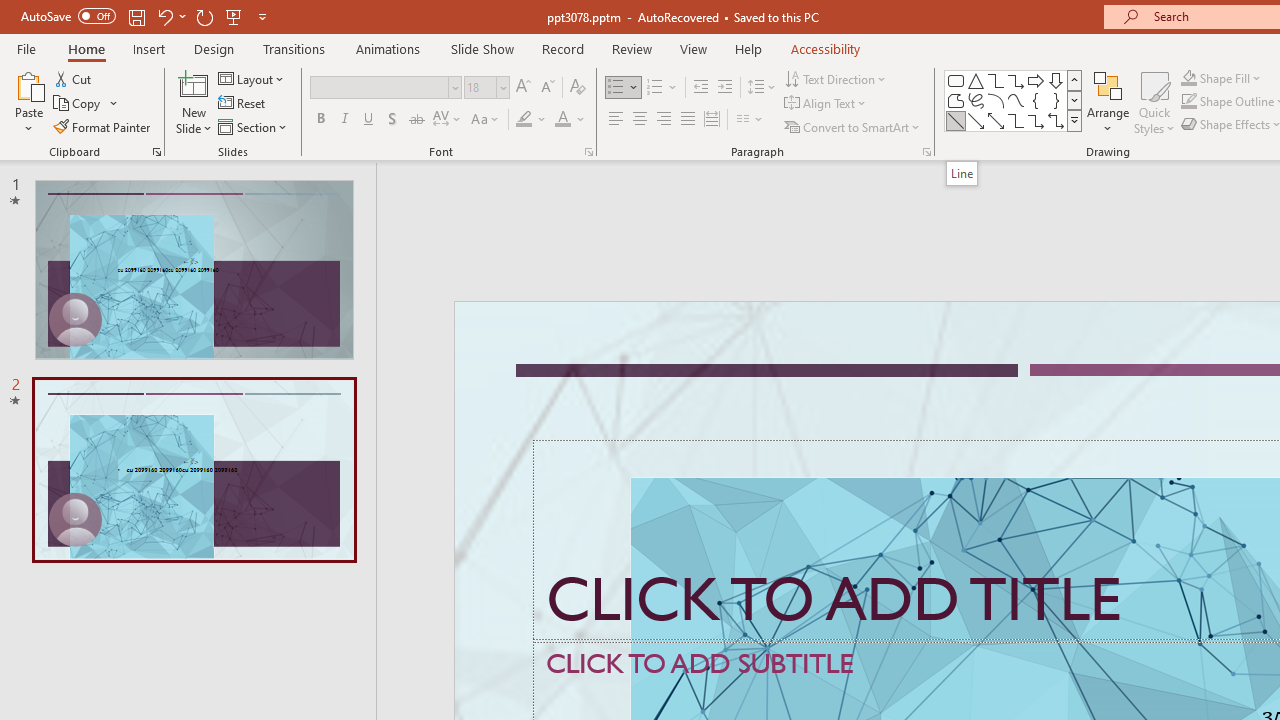 Image resolution: width=1280 pixels, height=720 pixels. Describe the element at coordinates (78, 103) in the screenshot. I see `'Copy'` at that location.